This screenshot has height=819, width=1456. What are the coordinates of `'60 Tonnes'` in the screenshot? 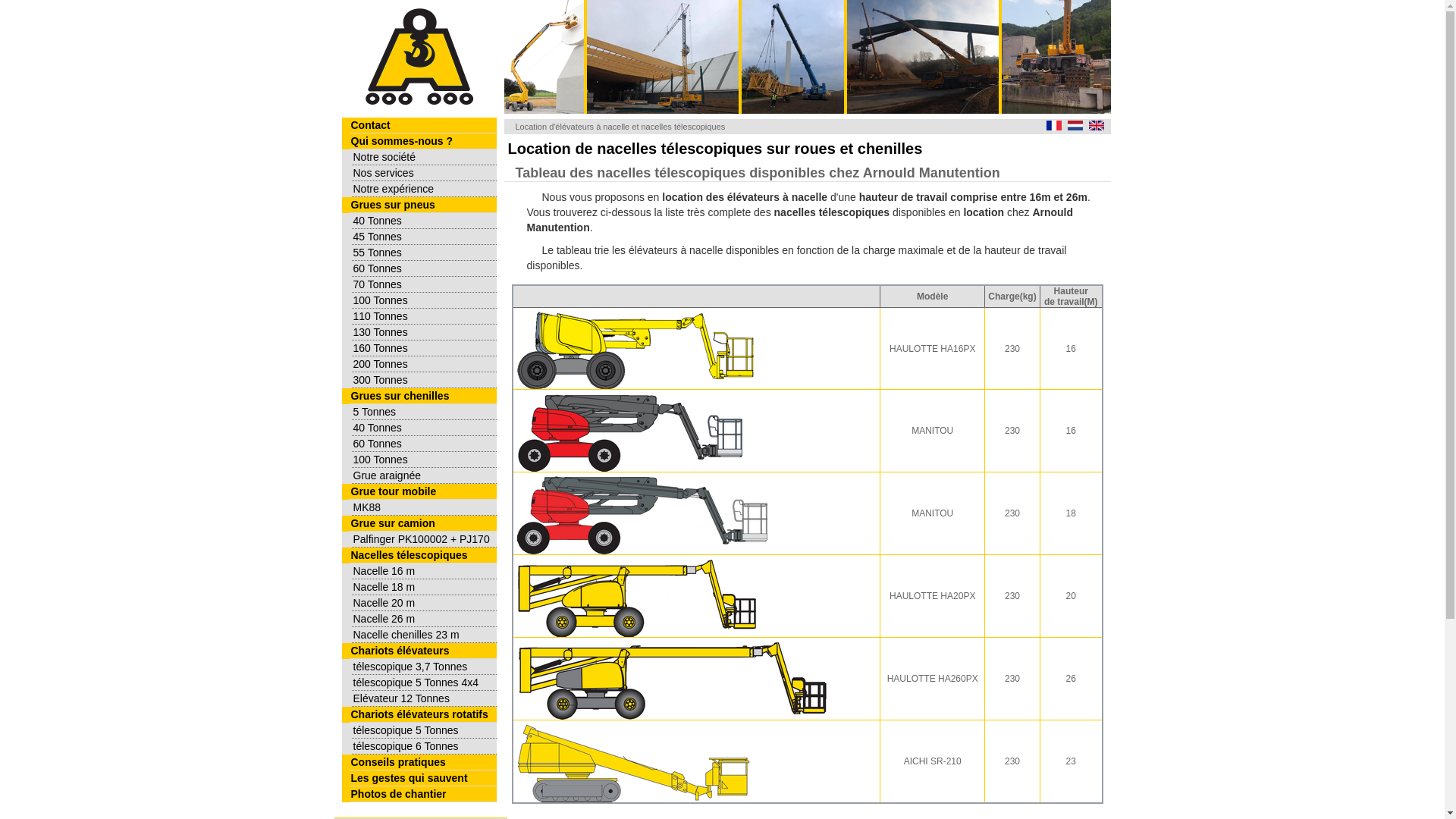 It's located at (424, 268).